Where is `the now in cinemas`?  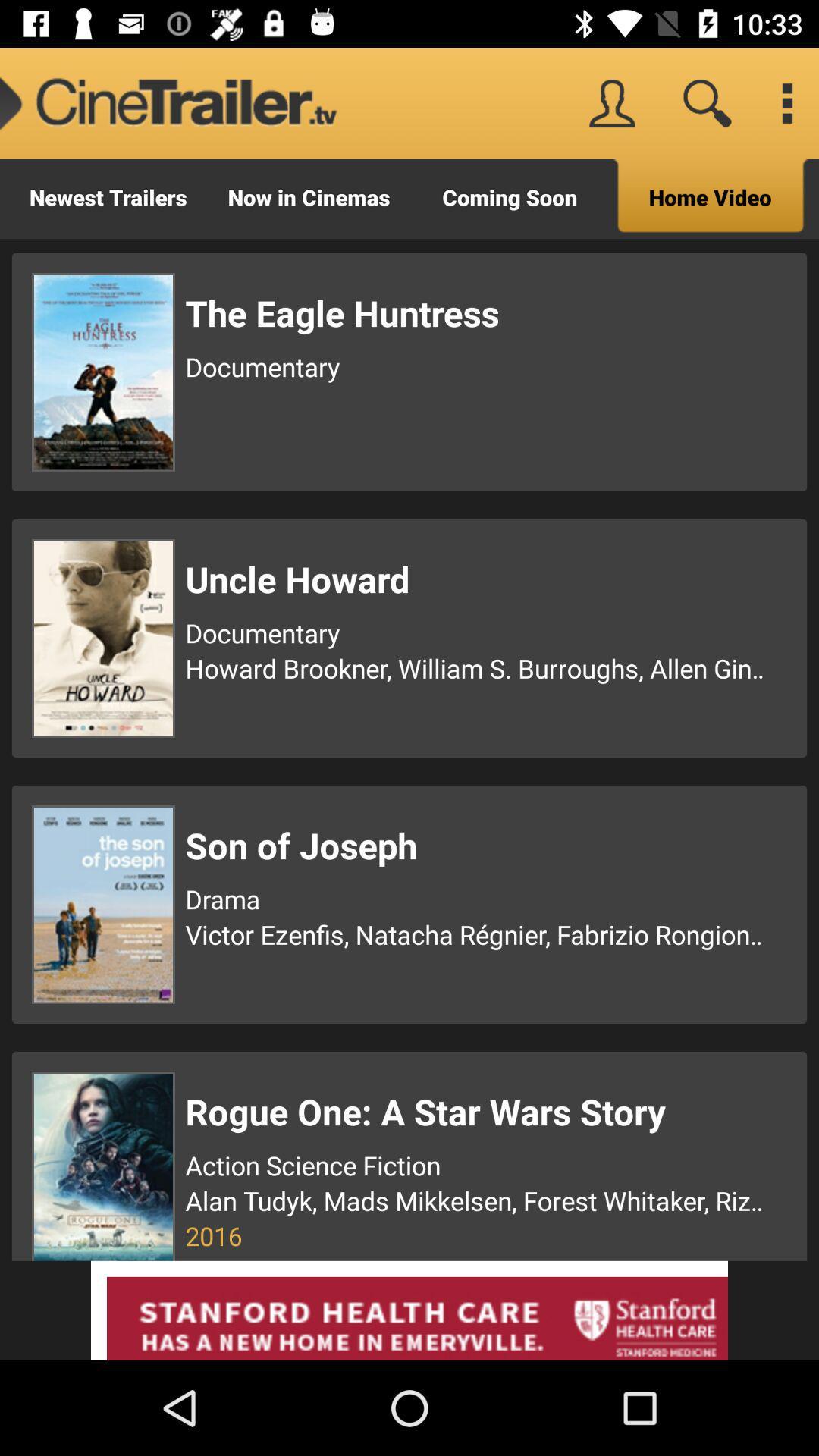 the now in cinemas is located at coordinates (308, 198).